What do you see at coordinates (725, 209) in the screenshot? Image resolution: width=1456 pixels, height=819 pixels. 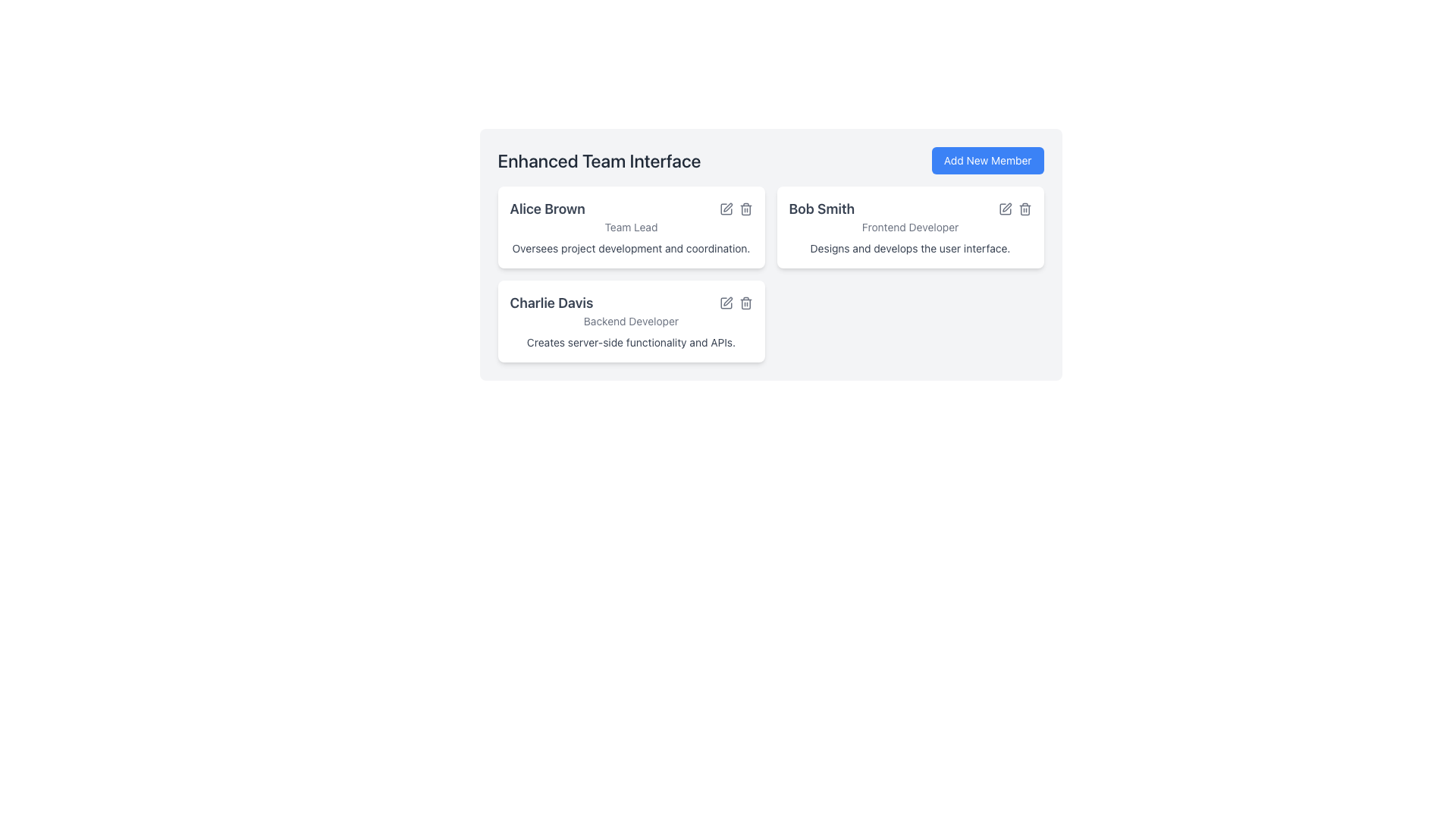 I see `the edit button icon resembling a pen, located in the top-right corner of the card labeled 'Alice Brown'` at bounding box center [725, 209].